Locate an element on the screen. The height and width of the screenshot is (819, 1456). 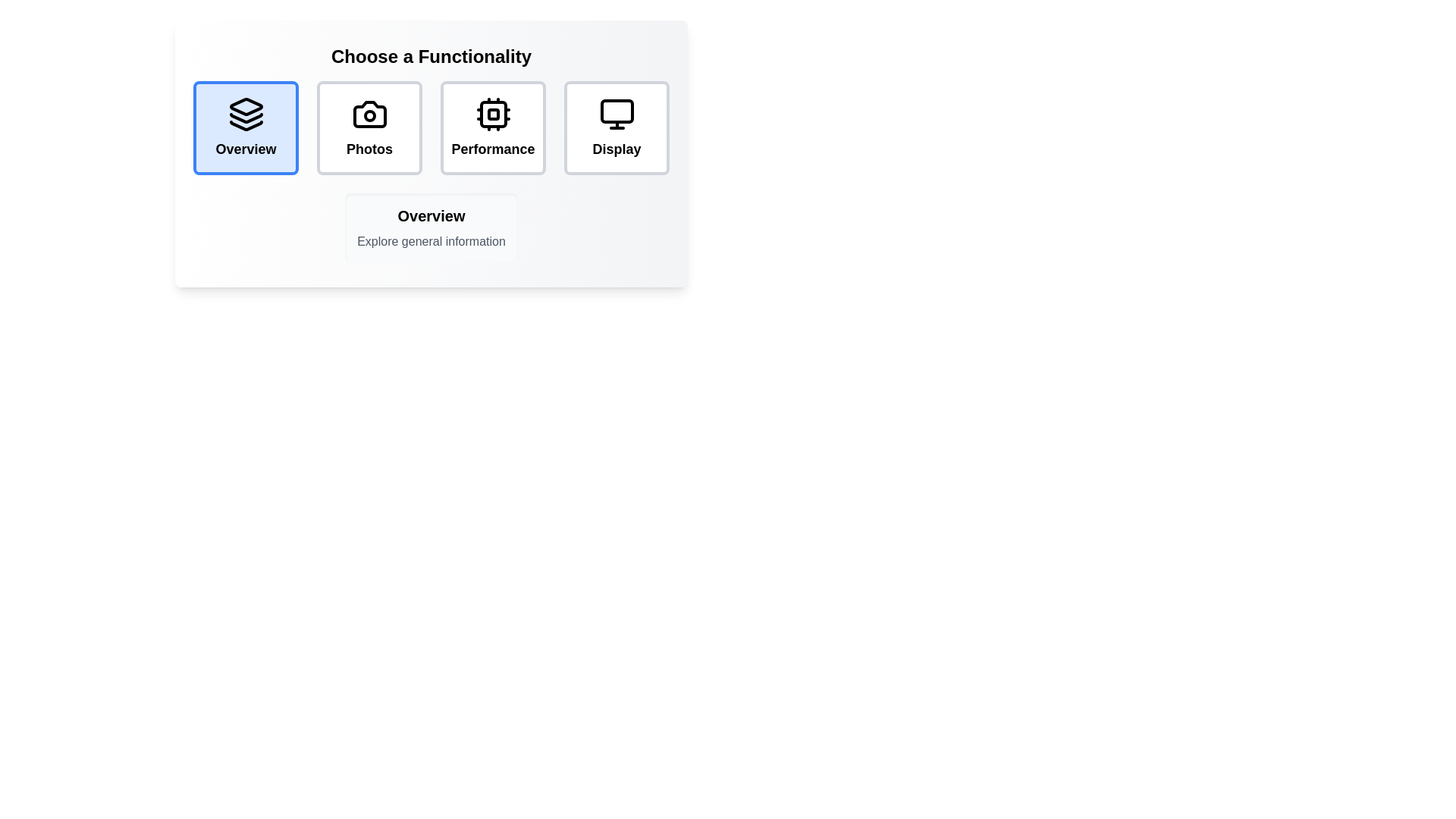
the rectangular button labeled 'Photos' with a camera icon, positioned between 'Overview' and 'Performance', to observe any interactive effects is located at coordinates (369, 127).